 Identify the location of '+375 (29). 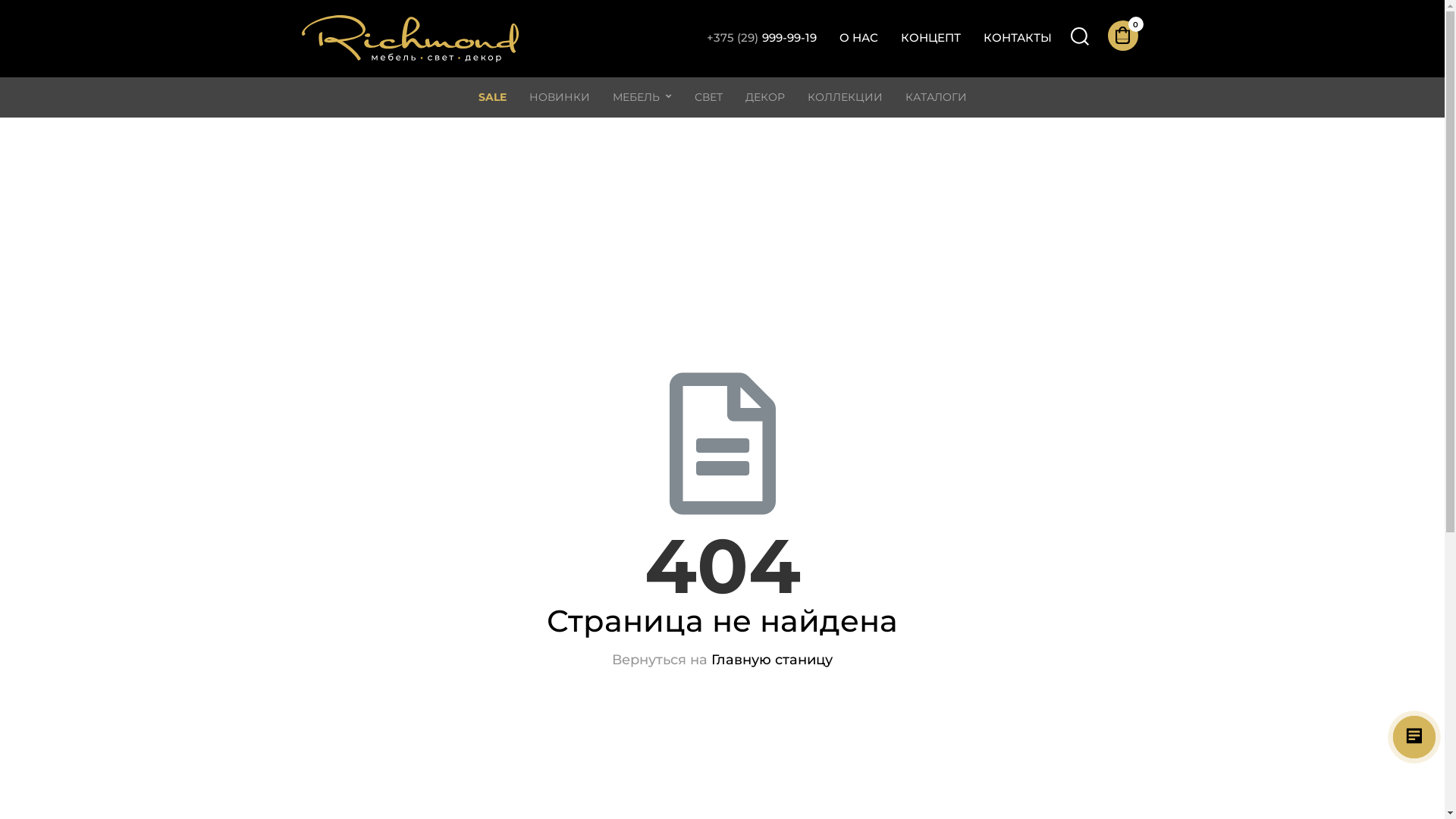
(761, 37).